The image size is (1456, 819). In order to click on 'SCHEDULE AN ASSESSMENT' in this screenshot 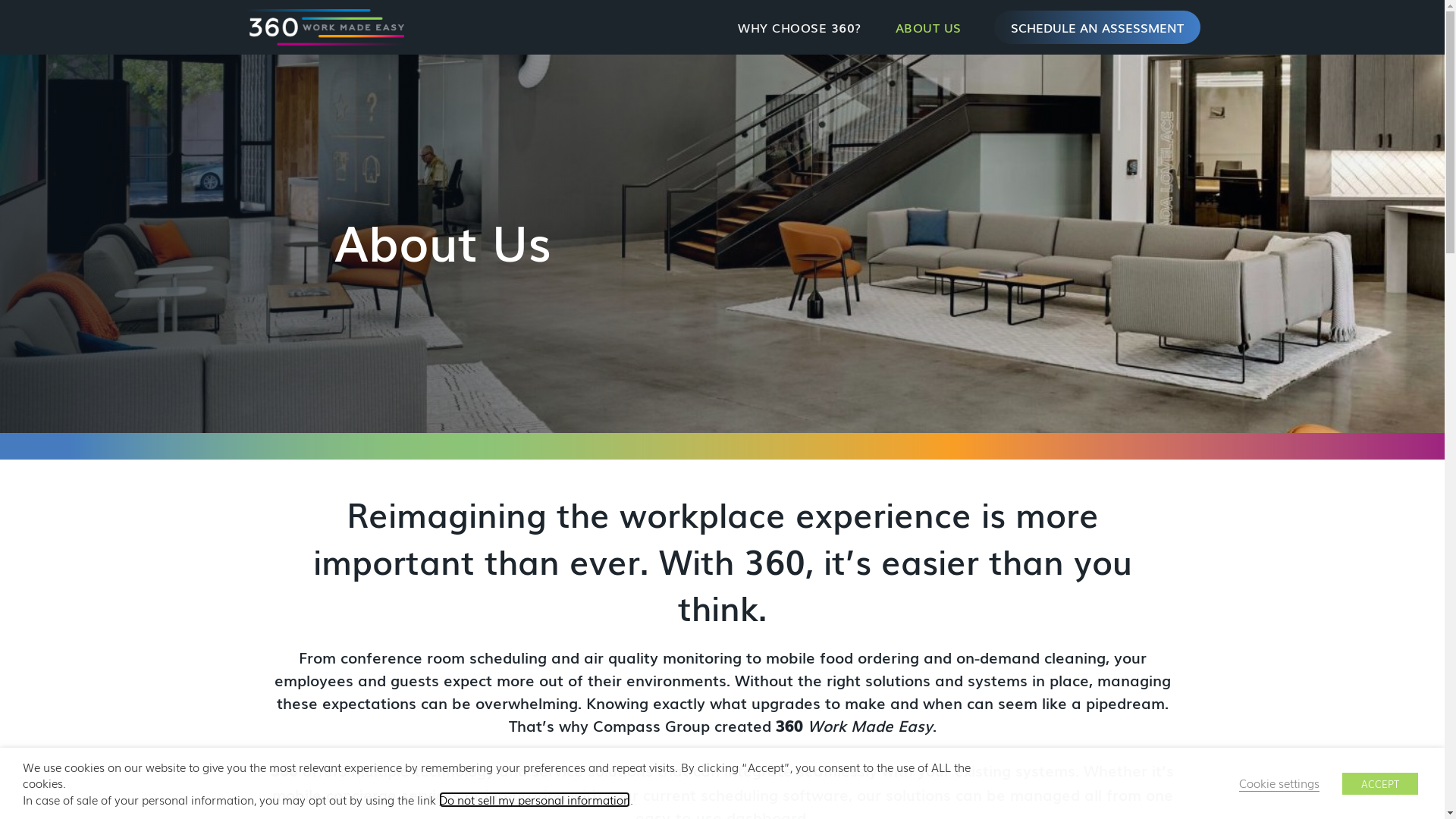, I will do `click(1097, 27)`.